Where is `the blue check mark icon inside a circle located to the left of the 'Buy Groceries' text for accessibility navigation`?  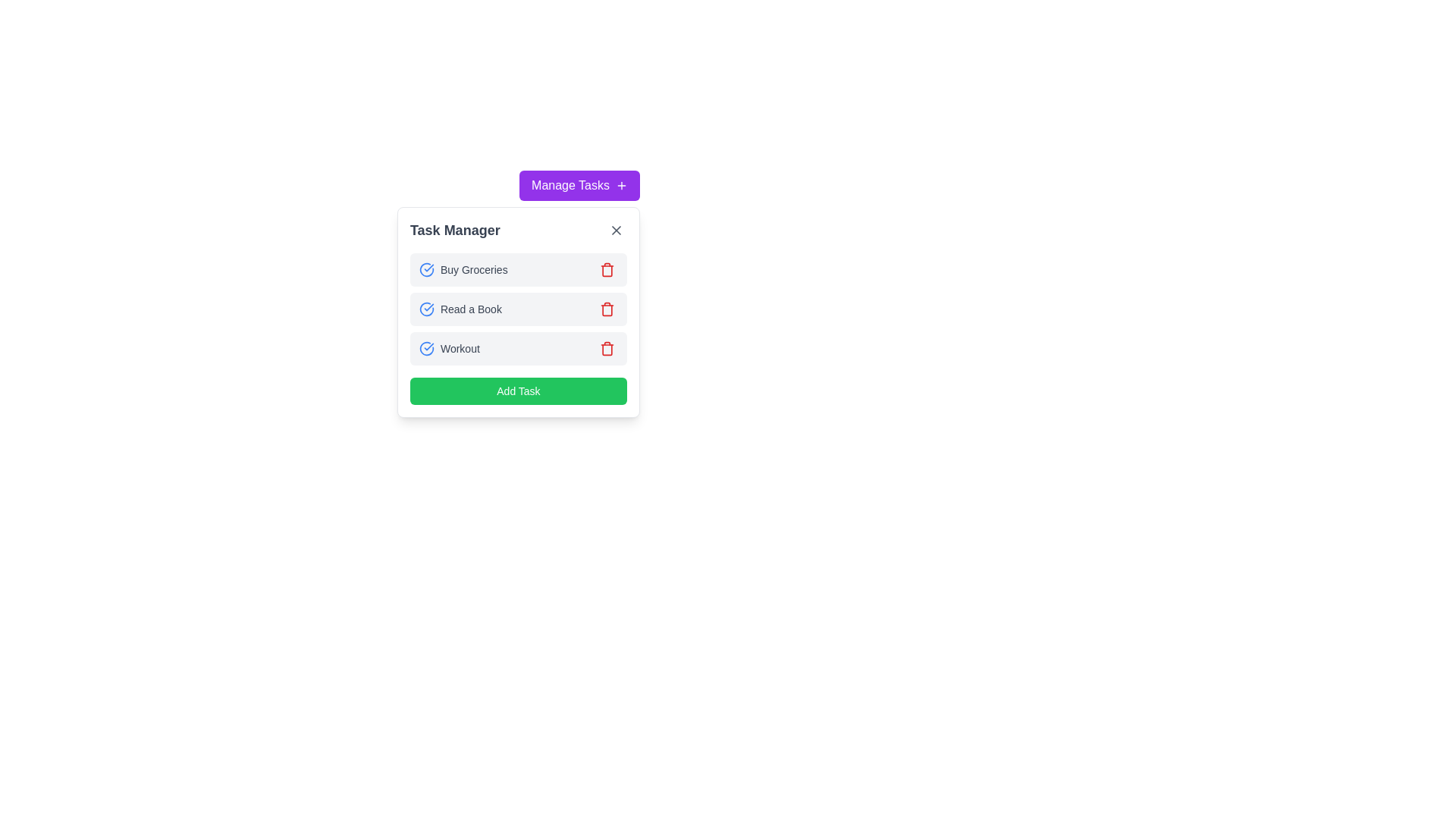 the blue check mark icon inside a circle located to the left of the 'Buy Groceries' text for accessibility navigation is located at coordinates (425, 268).